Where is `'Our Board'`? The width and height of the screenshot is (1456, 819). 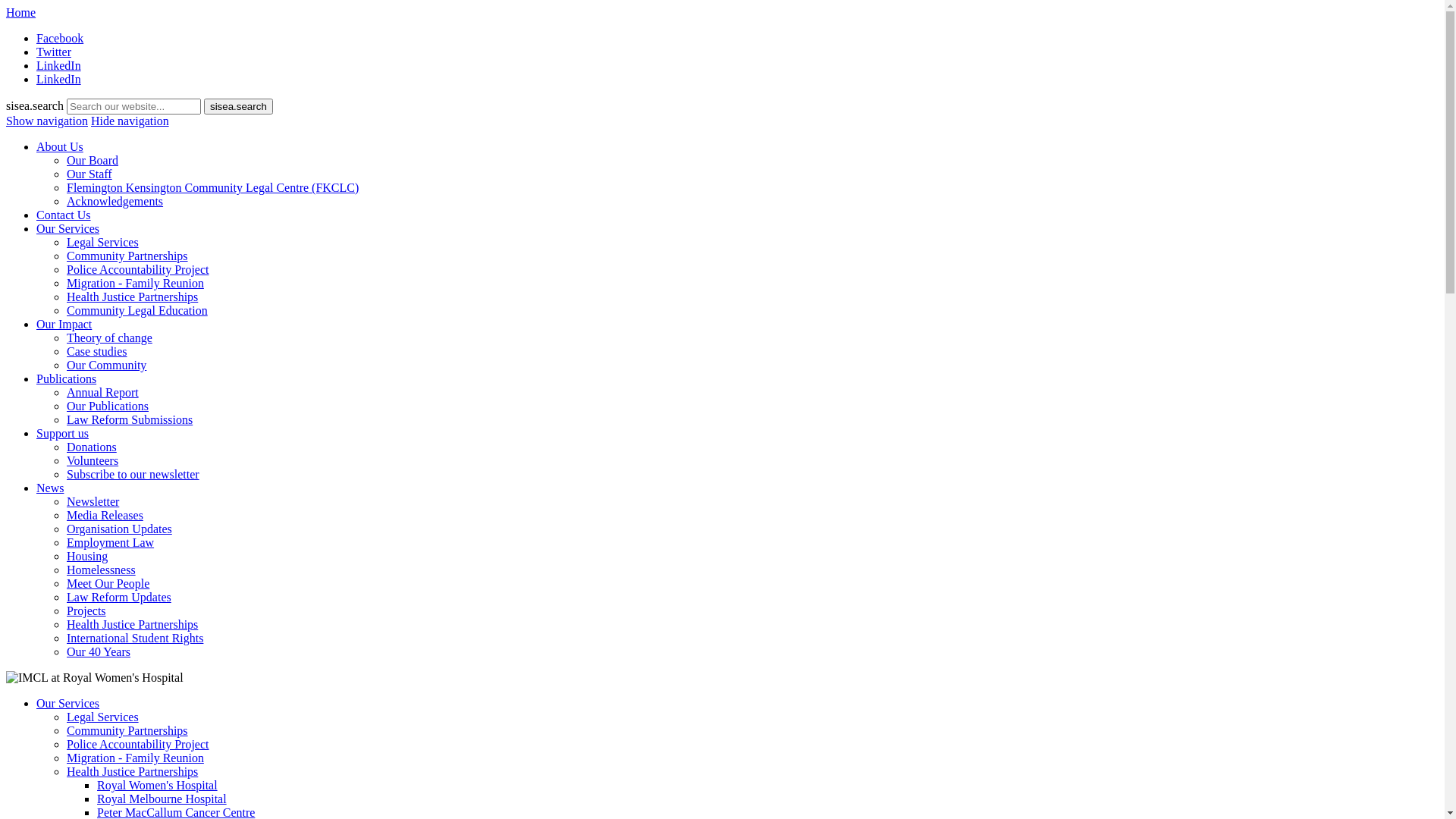
'Our Board' is located at coordinates (91, 160).